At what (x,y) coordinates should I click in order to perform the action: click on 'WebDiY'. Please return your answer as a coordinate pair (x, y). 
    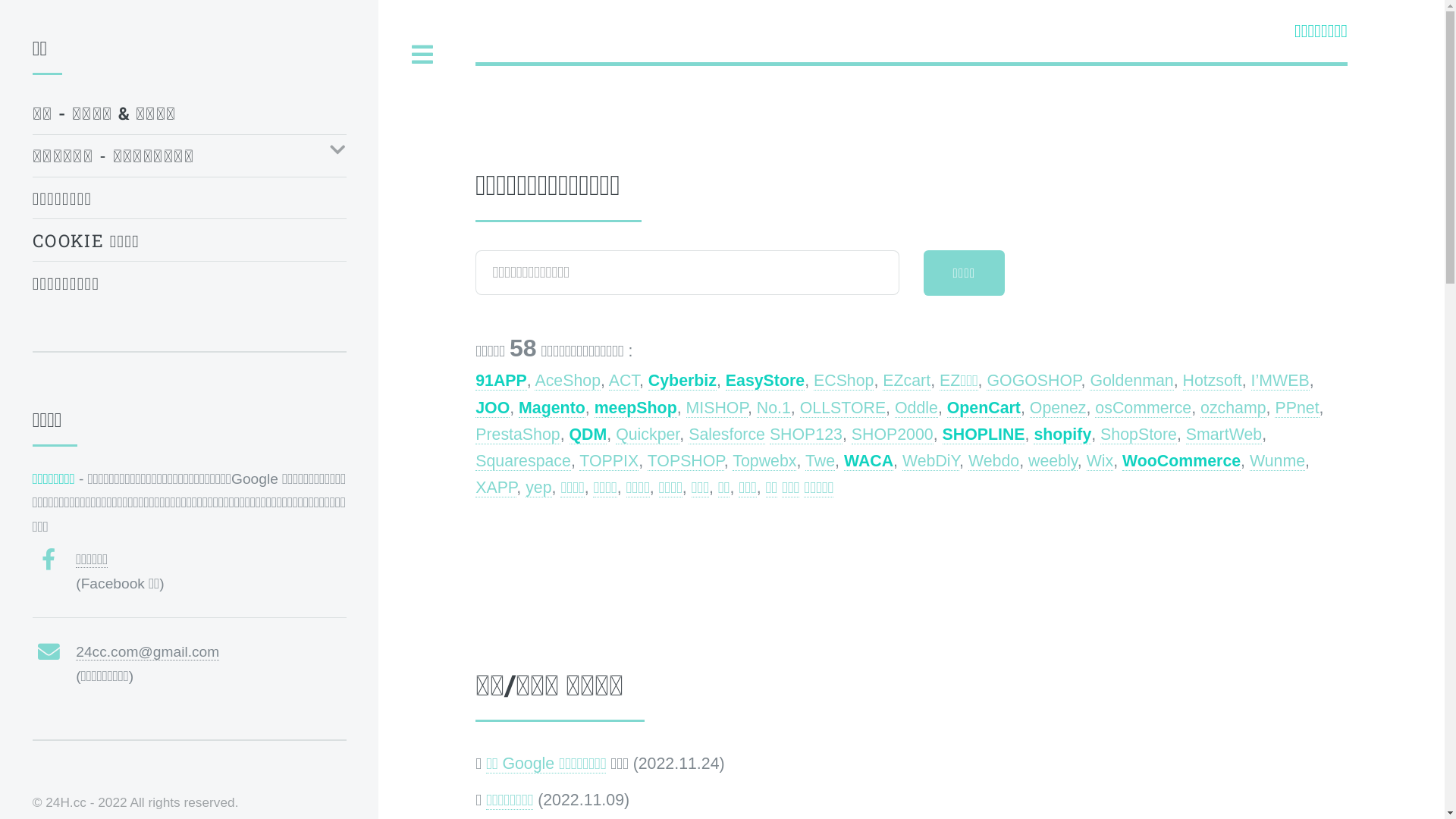
    Looking at the image, I should click on (902, 460).